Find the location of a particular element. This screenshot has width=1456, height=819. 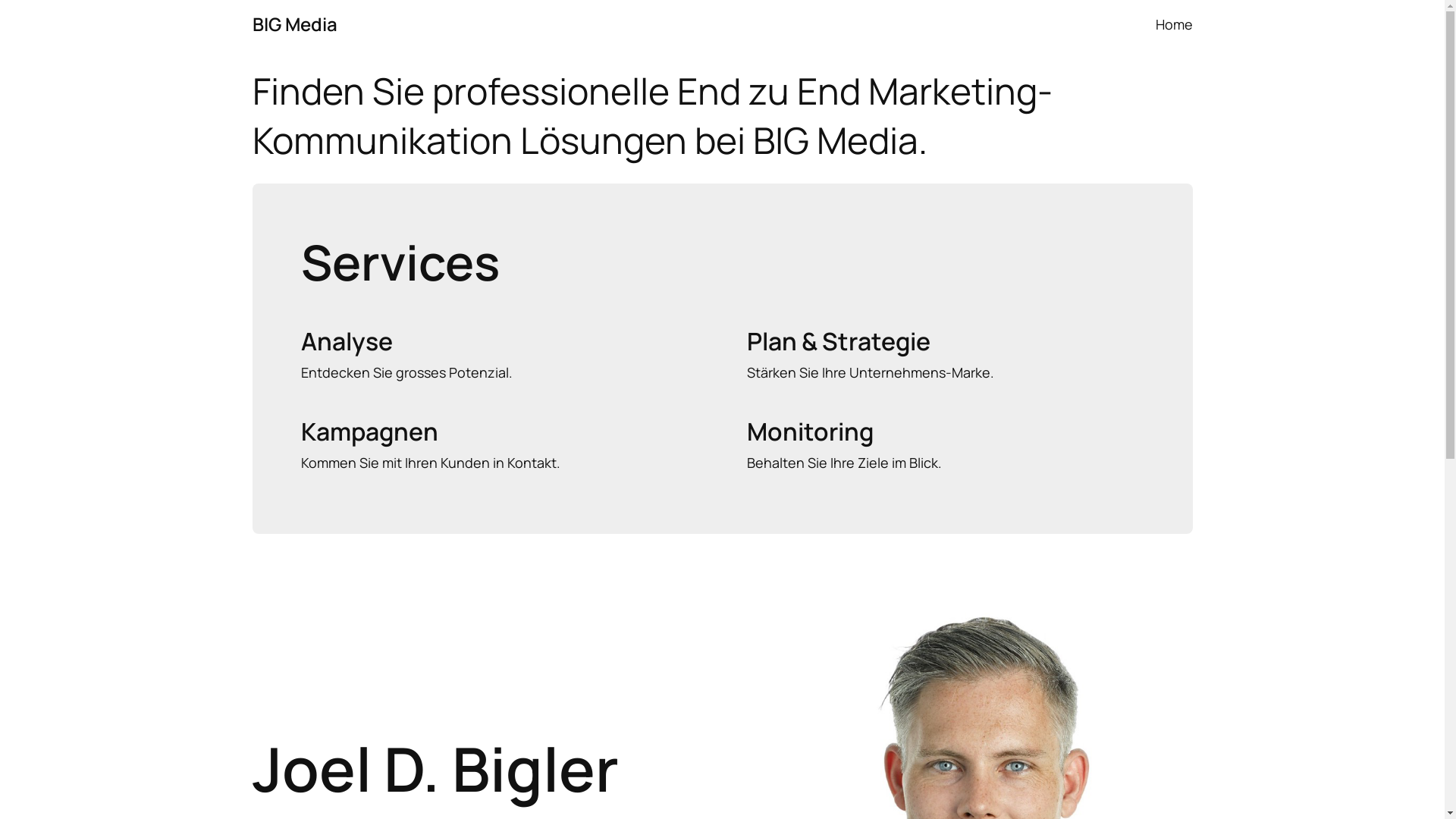

'Home' is located at coordinates (1173, 24).